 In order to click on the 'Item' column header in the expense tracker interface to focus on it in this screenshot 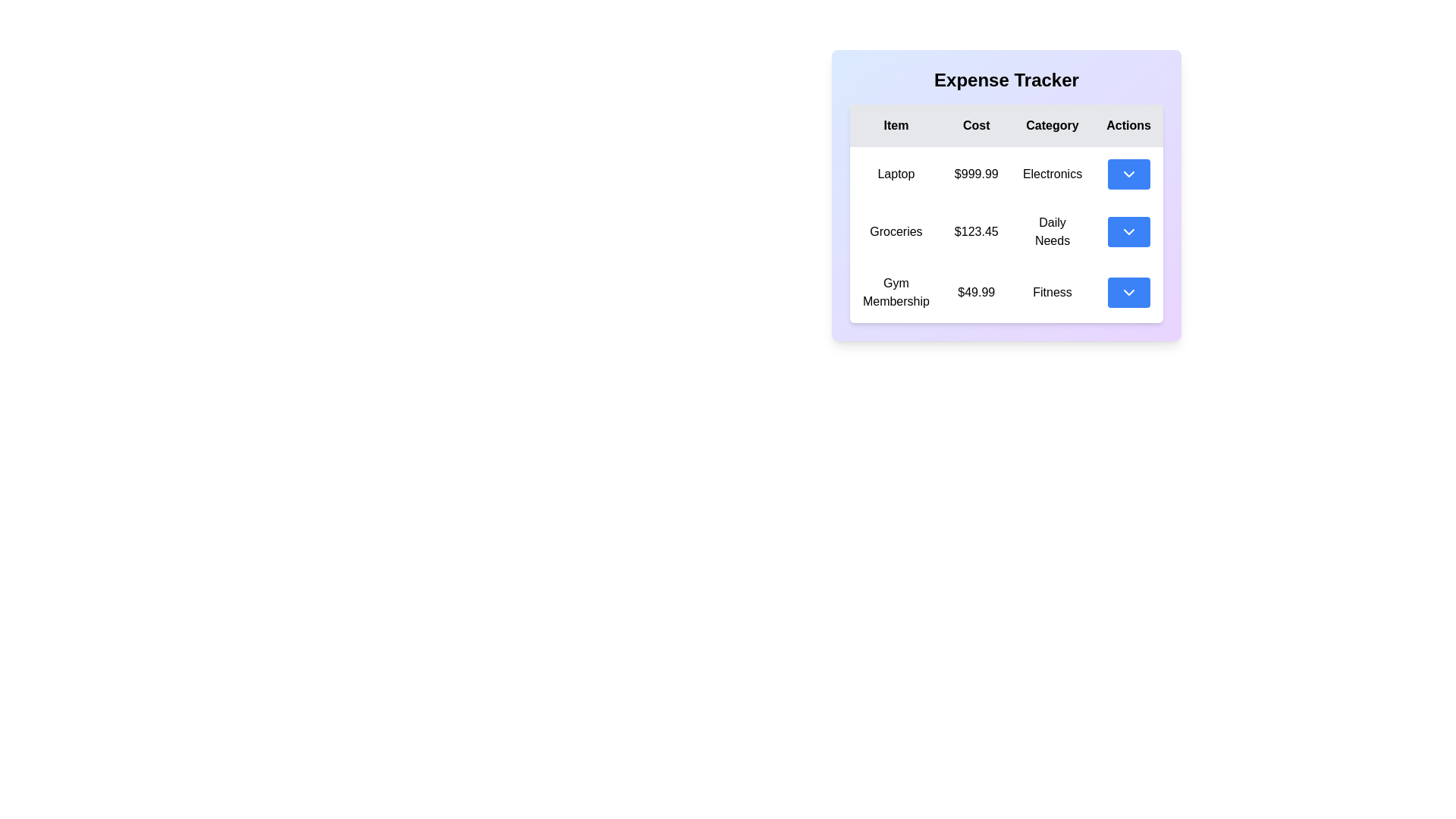, I will do `click(896, 124)`.